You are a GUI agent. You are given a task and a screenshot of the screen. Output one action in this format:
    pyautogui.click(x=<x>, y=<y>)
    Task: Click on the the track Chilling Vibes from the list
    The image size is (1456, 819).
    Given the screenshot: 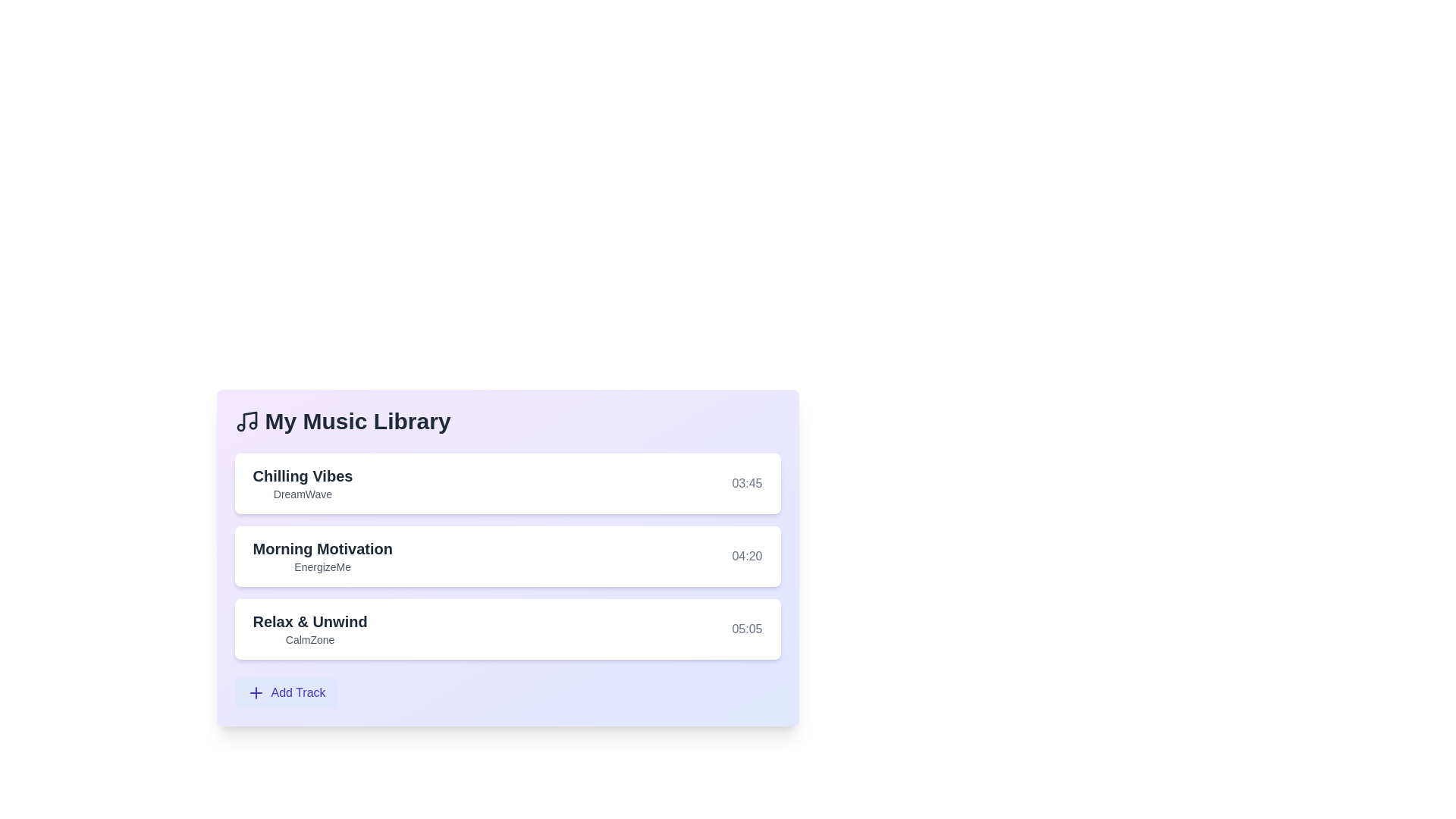 What is the action you would take?
    pyautogui.click(x=507, y=483)
    